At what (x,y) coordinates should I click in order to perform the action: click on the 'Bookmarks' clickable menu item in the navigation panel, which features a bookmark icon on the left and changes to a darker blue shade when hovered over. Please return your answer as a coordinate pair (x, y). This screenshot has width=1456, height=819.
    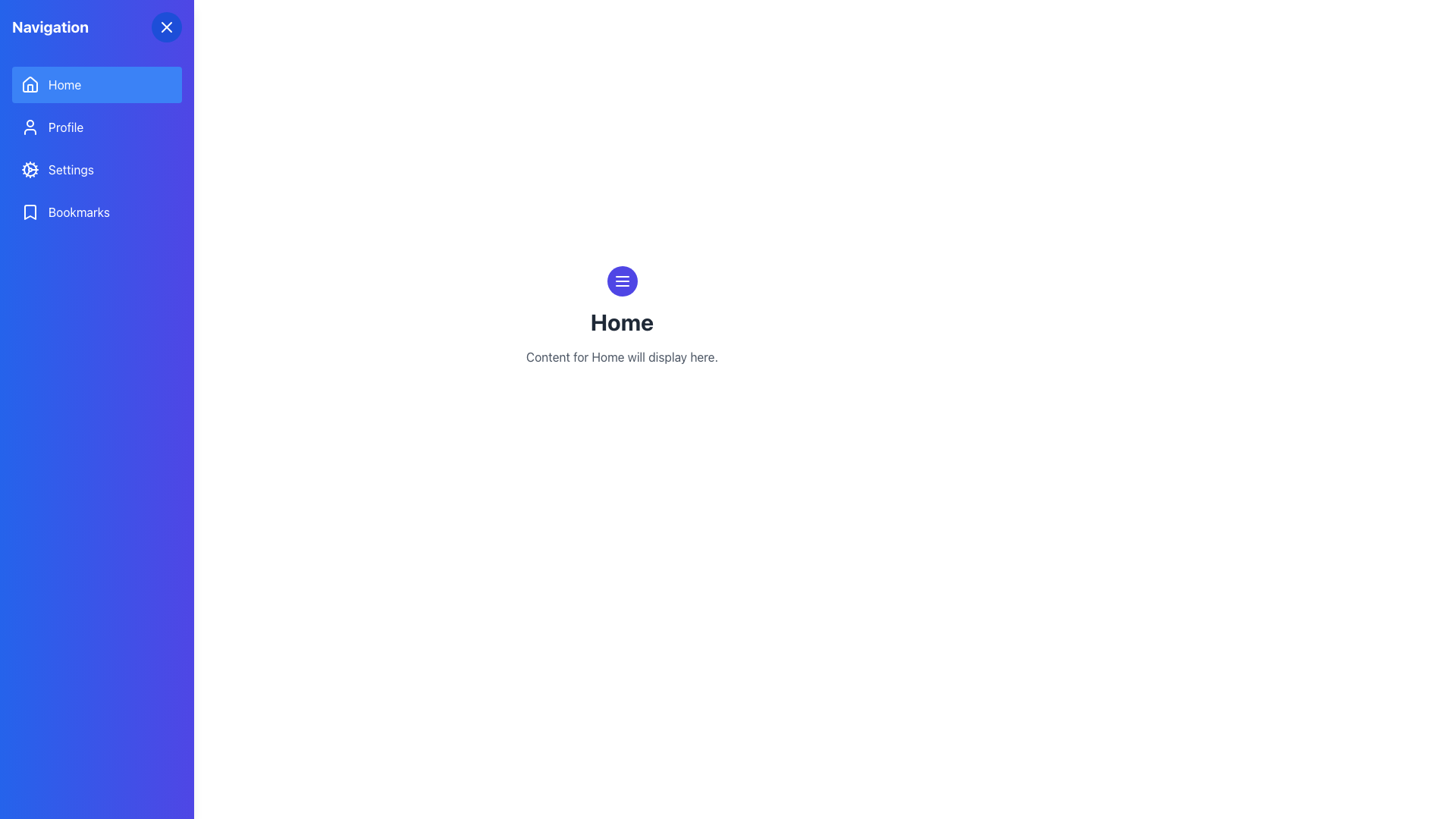
    Looking at the image, I should click on (96, 212).